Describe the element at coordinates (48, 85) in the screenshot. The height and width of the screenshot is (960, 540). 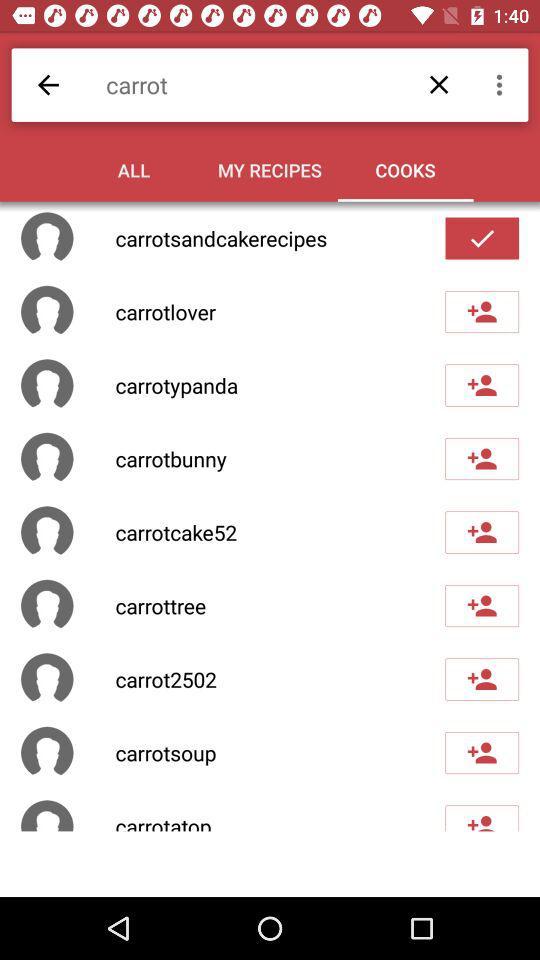
I see `the item next to the carrot icon` at that location.